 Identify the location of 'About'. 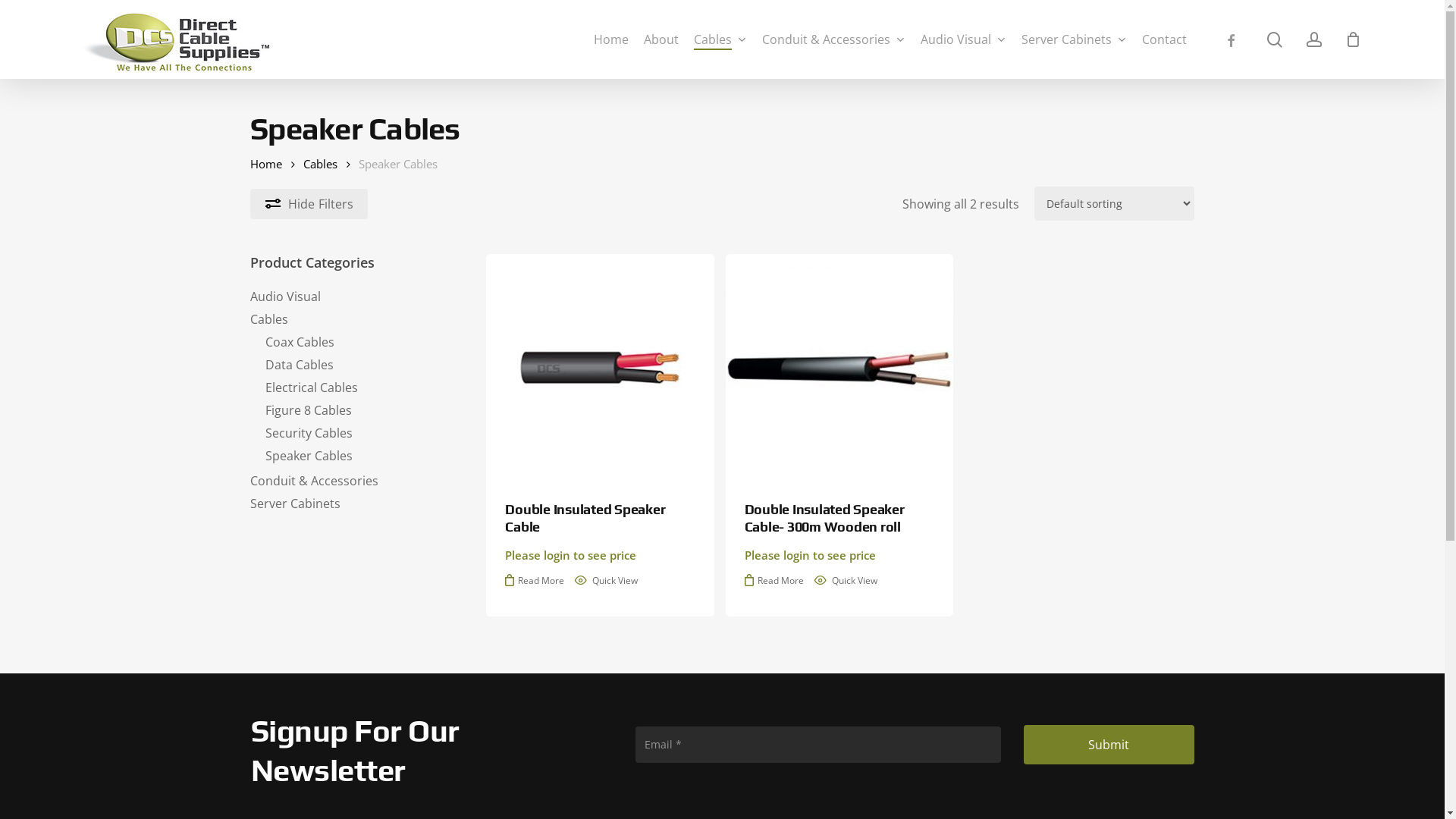
(661, 38).